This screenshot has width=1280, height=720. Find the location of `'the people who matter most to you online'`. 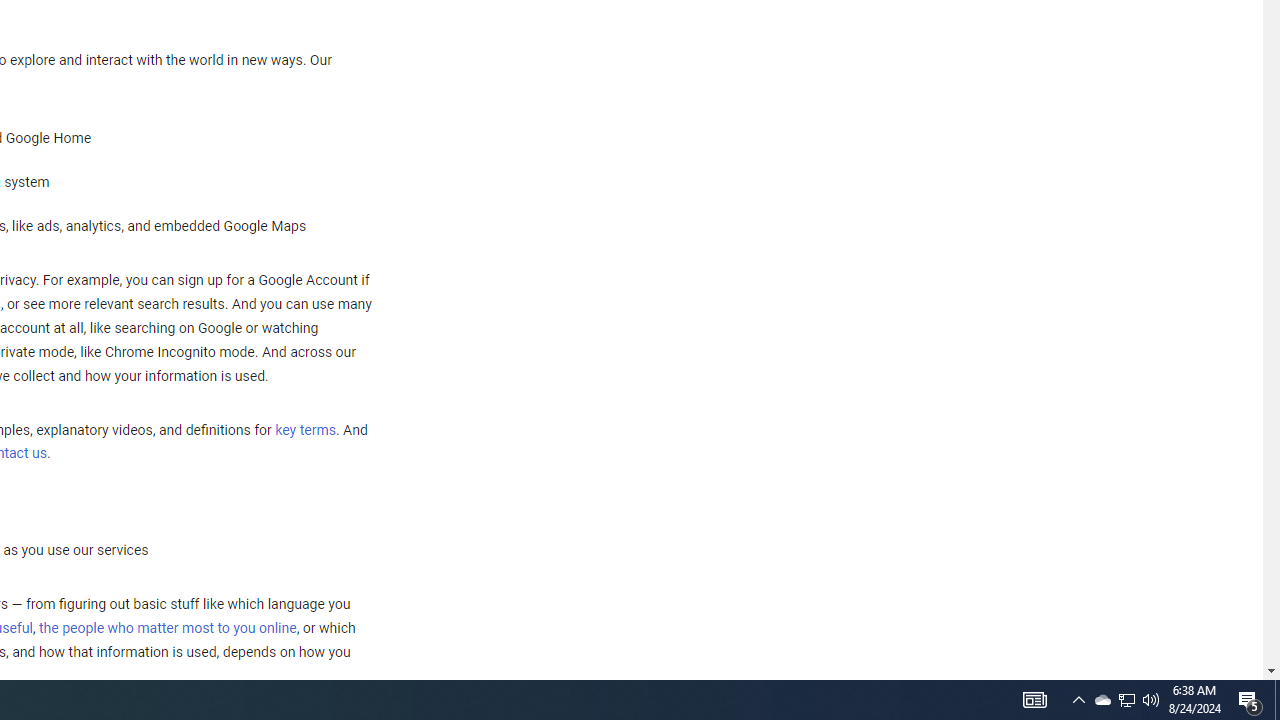

'the people who matter most to you online' is located at coordinates (167, 627).